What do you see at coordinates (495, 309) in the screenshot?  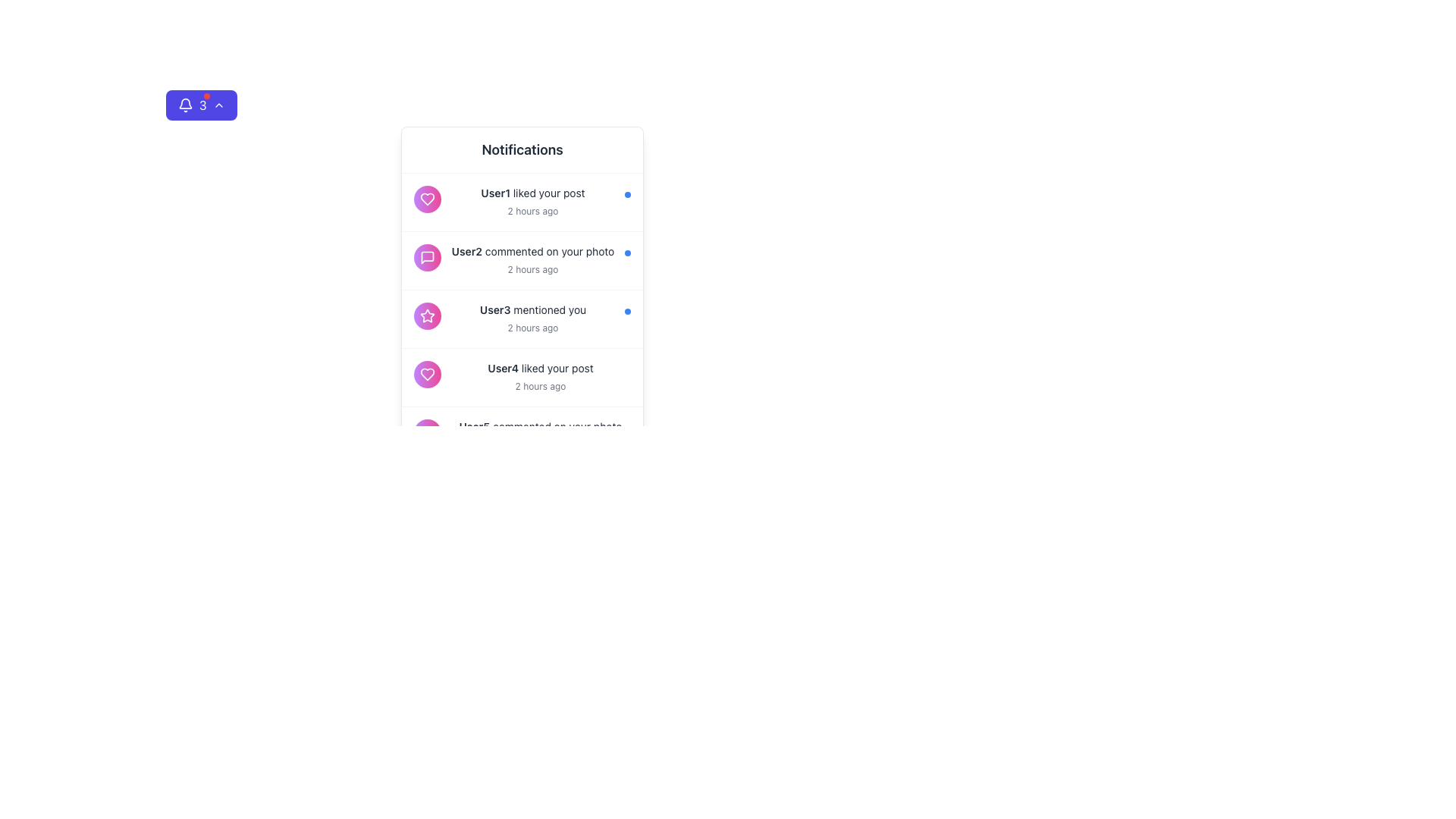 I see `the text label 'User3' in the notification panel` at bounding box center [495, 309].